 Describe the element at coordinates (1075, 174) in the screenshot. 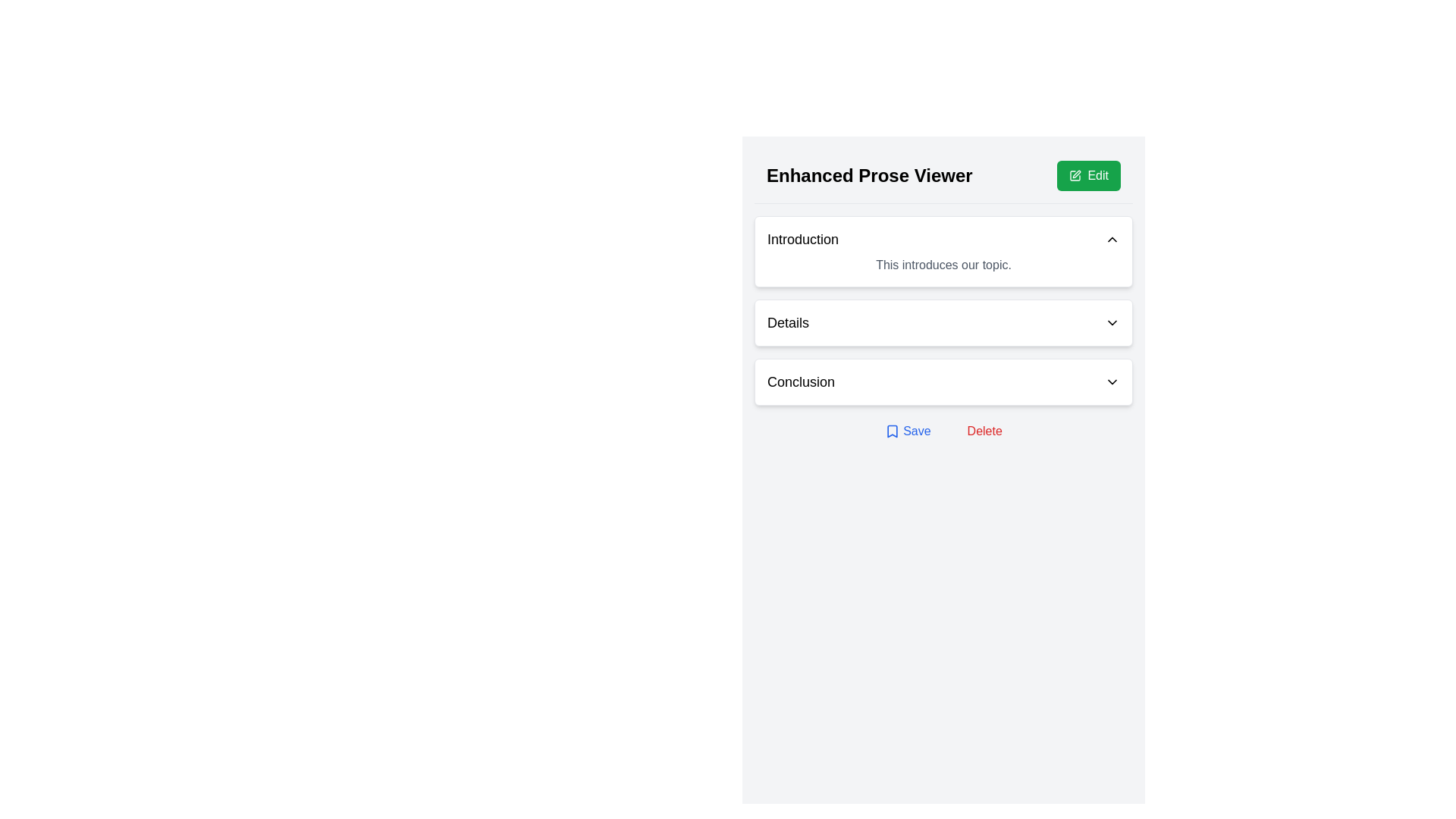

I see `the small square icon resembling a pen, which is embedded within the 'Edit' button located in the top-right corner of the content area` at that location.